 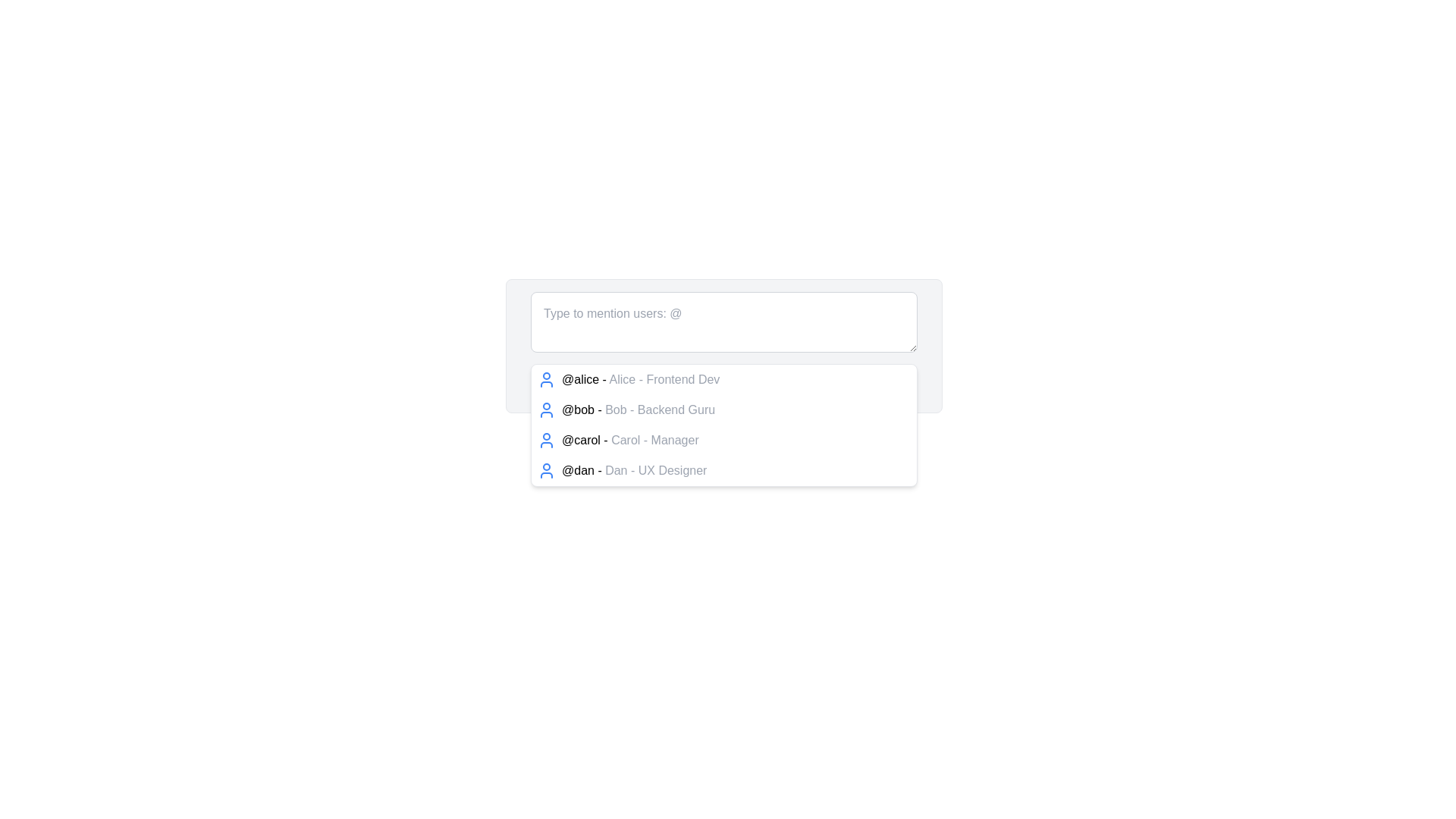 What do you see at coordinates (723, 441) in the screenshot?
I see `the list item displaying user information '@carol', the name 'Carol', and the role 'Manager'` at bounding box center [723, 441].